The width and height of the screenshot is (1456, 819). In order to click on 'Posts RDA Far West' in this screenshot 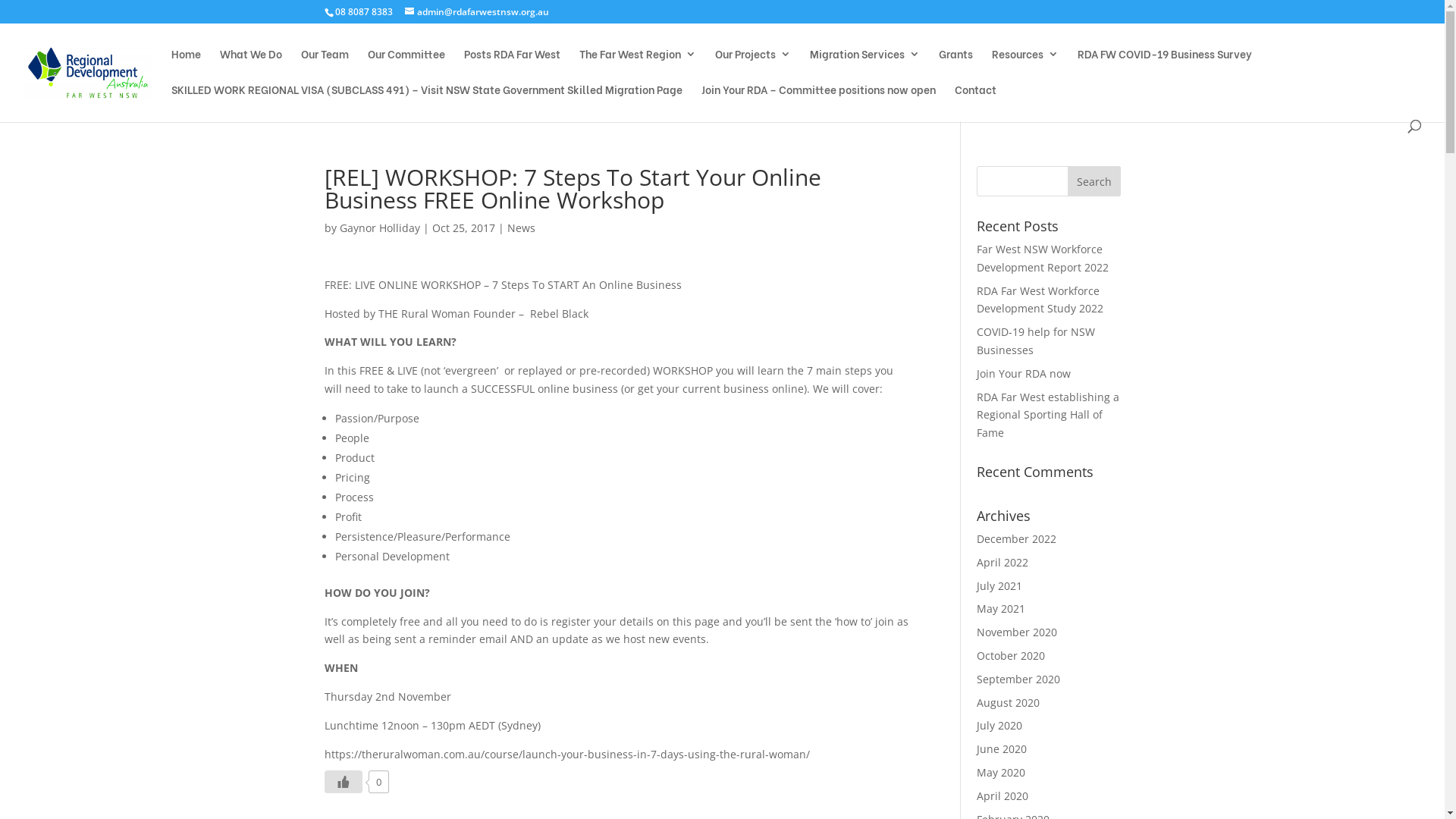, I will do `click(512, 65)`.